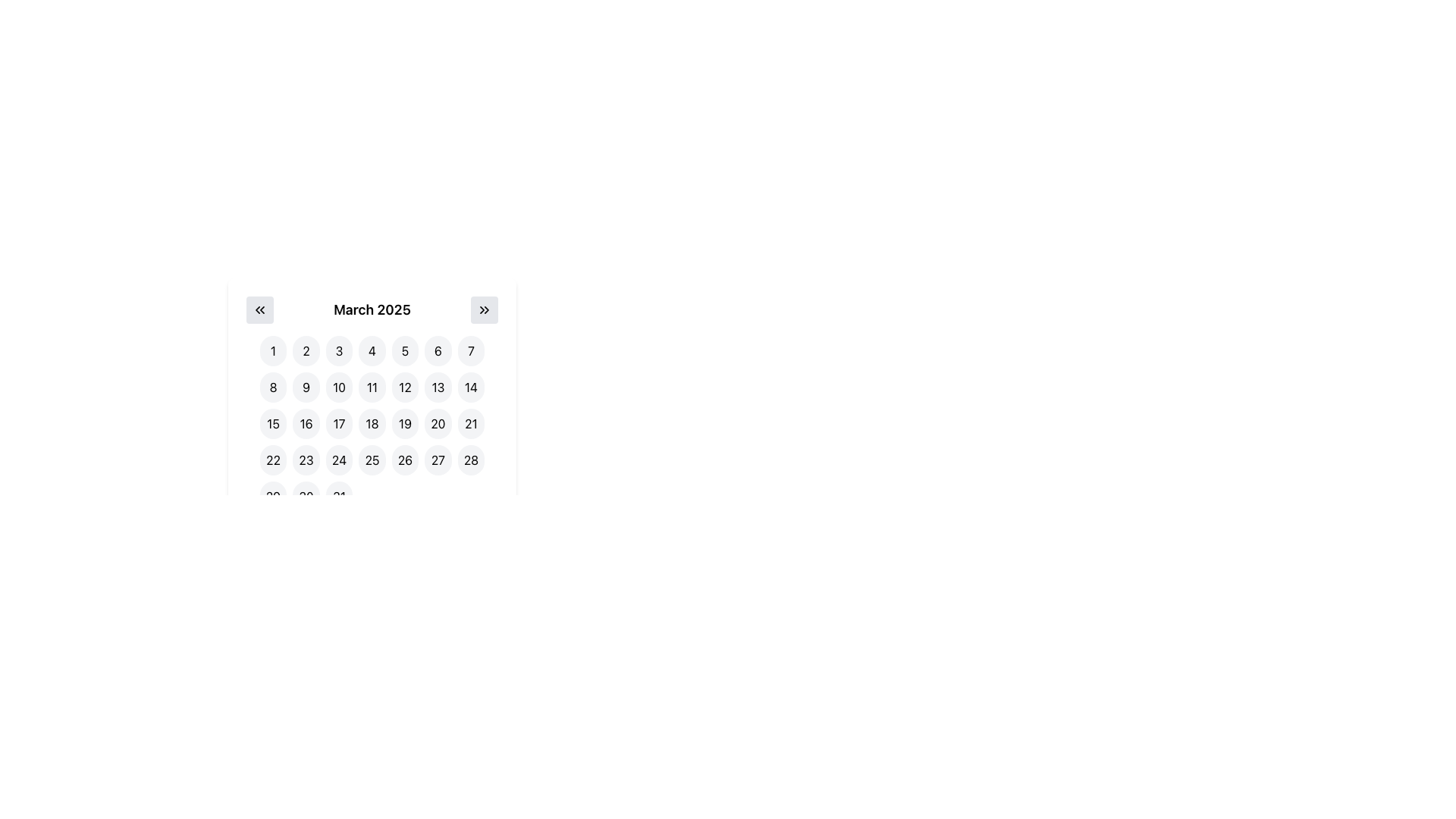 This screenshot has height=819, width=1456. What do you see at coordinates (273, 386) in the screenshot?
I see `the rounded button with a gray background displaying the number '8' in bold black font, located in the second row and first column of the calendar grid for date selection` at bounding box center [273, 386].